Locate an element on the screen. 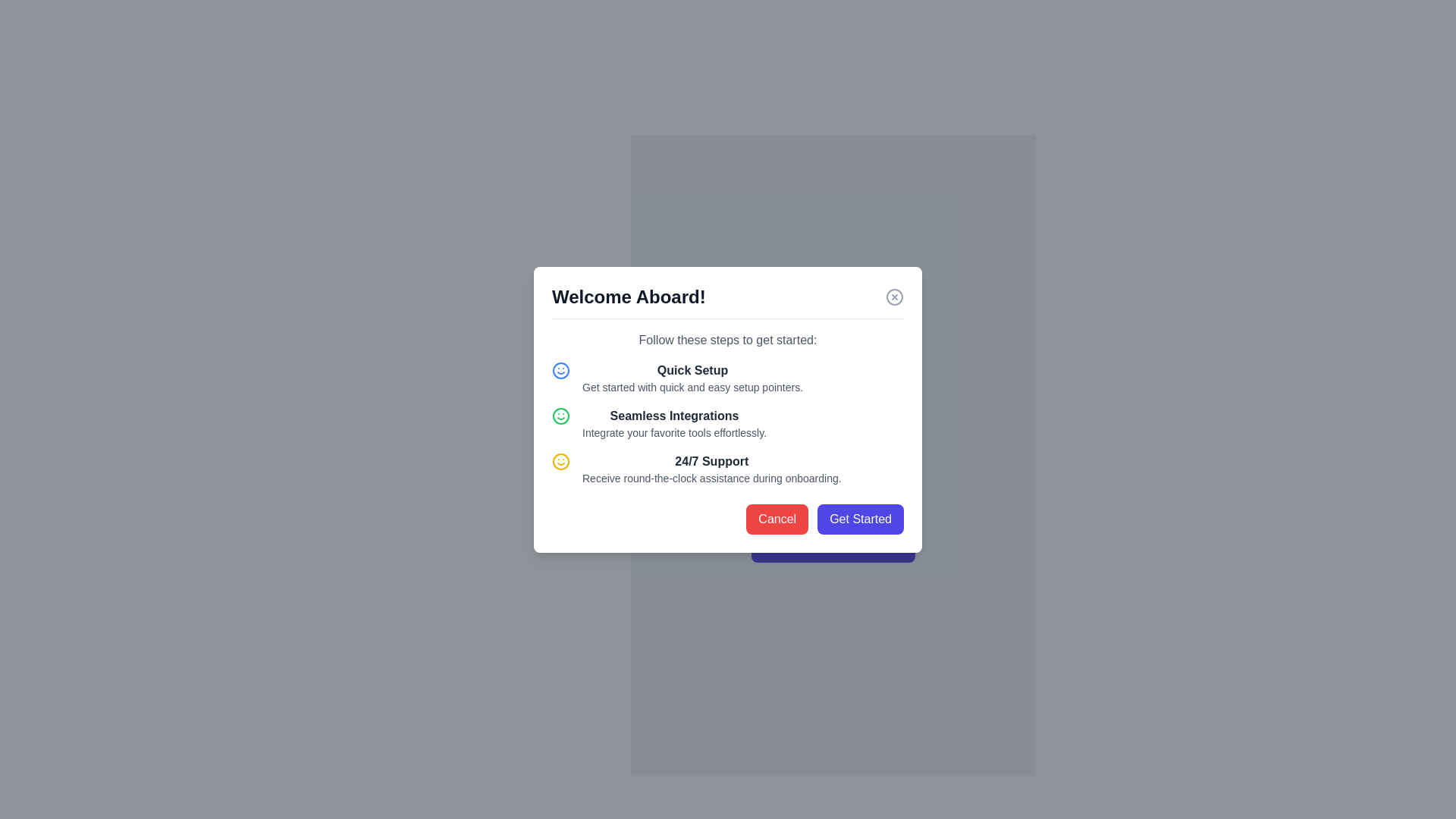  the UI text block titled 'Seamless Integrations' is located at coordinates (673, 423).